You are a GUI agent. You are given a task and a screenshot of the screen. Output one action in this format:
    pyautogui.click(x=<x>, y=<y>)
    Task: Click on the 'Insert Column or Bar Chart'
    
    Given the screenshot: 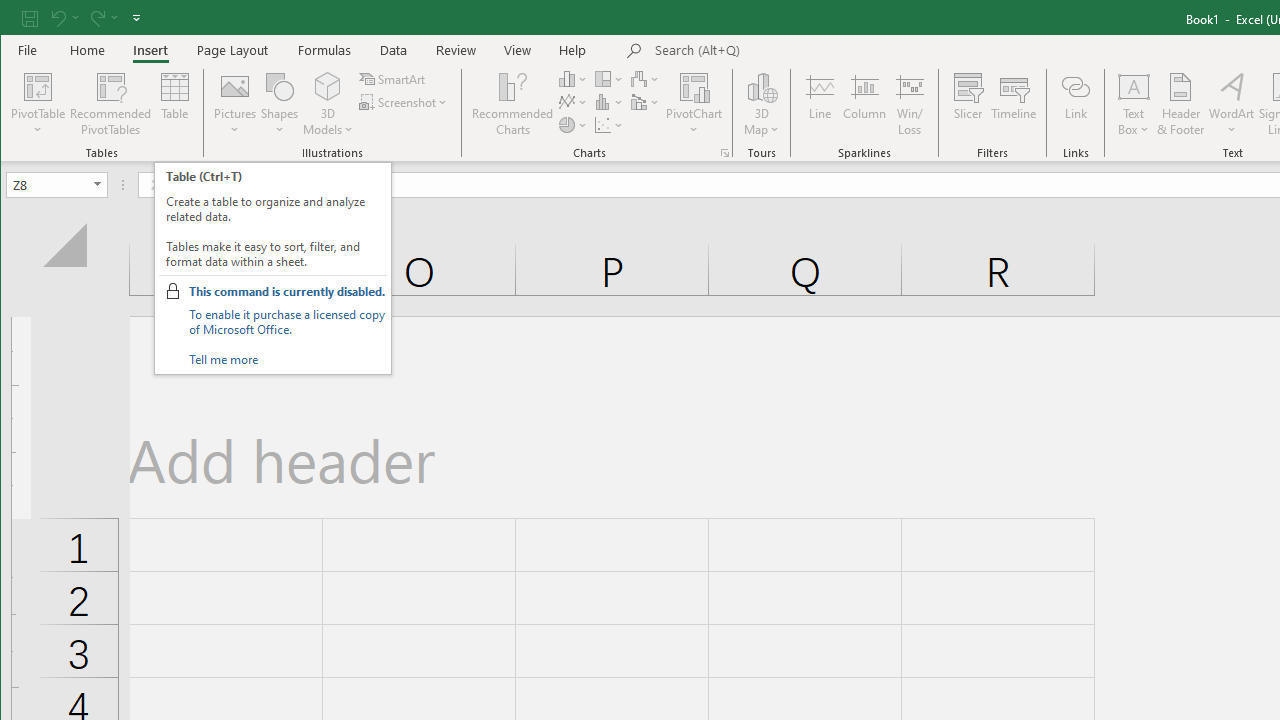 What is the action you would take?
    pyautogui.click(x=572, y=78)
    